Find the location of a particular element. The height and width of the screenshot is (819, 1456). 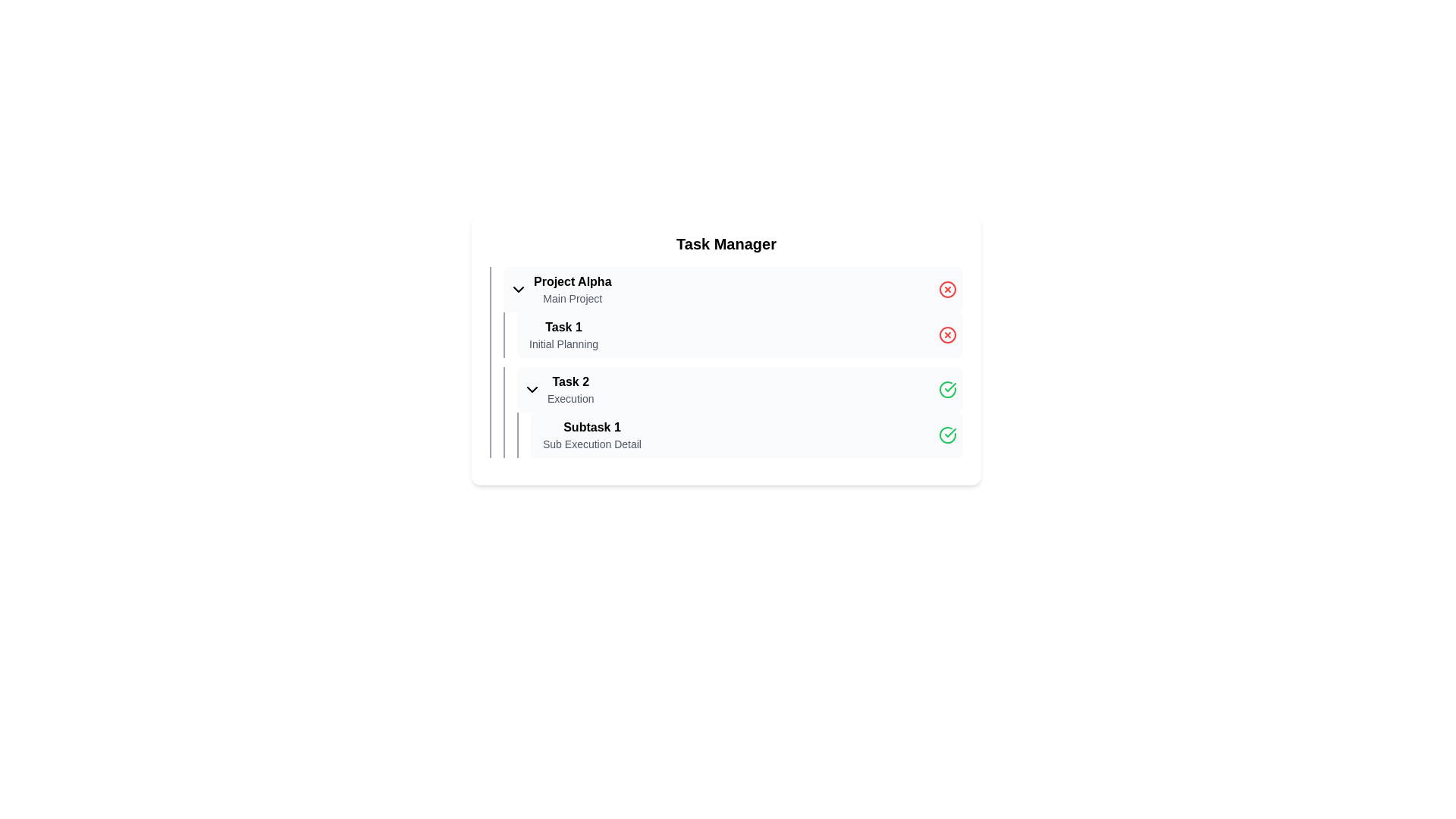

the third list item representing a subtask titled under 'Task 2 Execution', which includes a title, description, and a green checkmark indicating completion is located at coordinates (739, 435).